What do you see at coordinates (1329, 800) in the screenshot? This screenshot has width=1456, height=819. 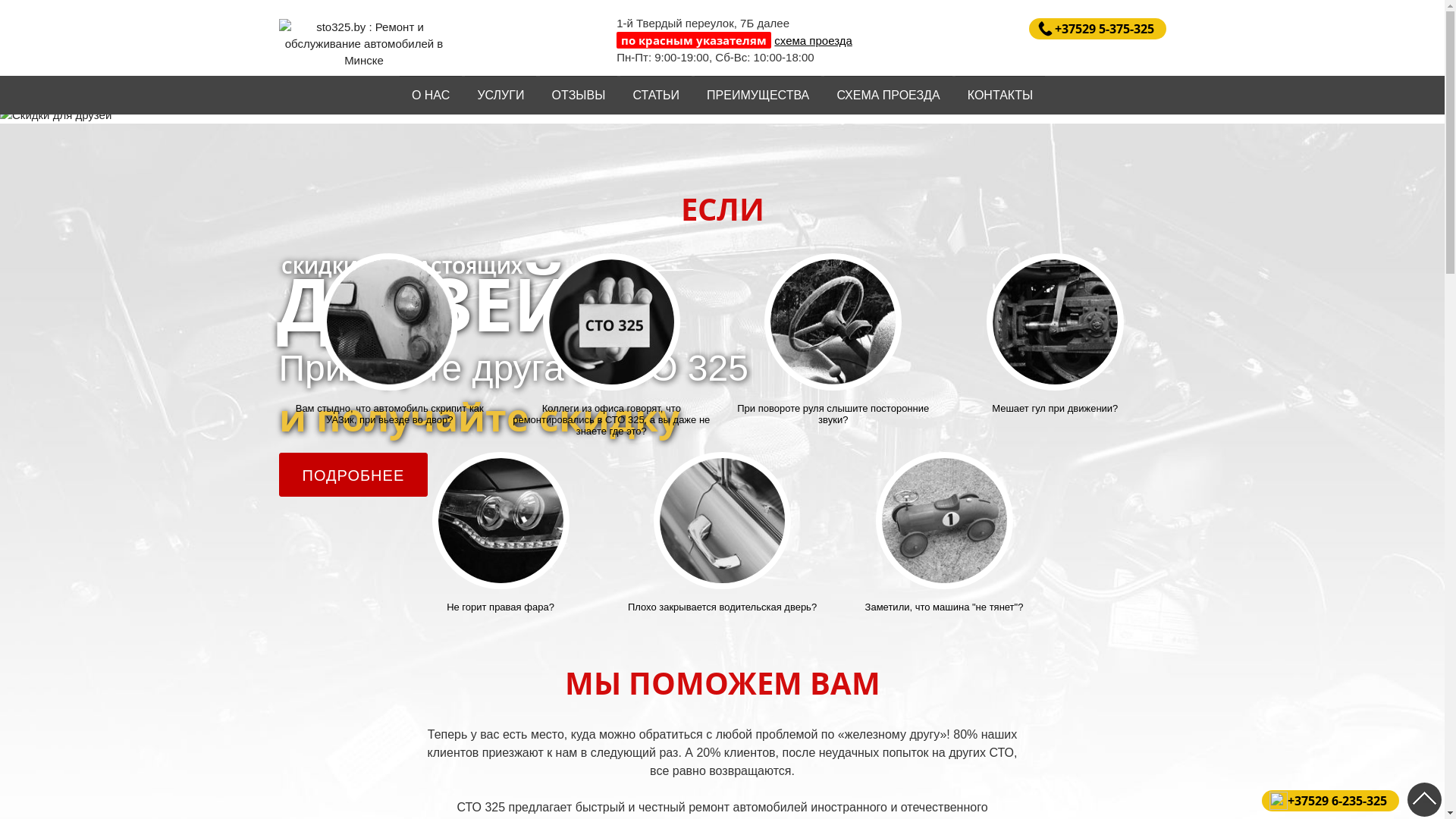 I see `'+37529 6-235-325'` at bounding box center [1329, 800].